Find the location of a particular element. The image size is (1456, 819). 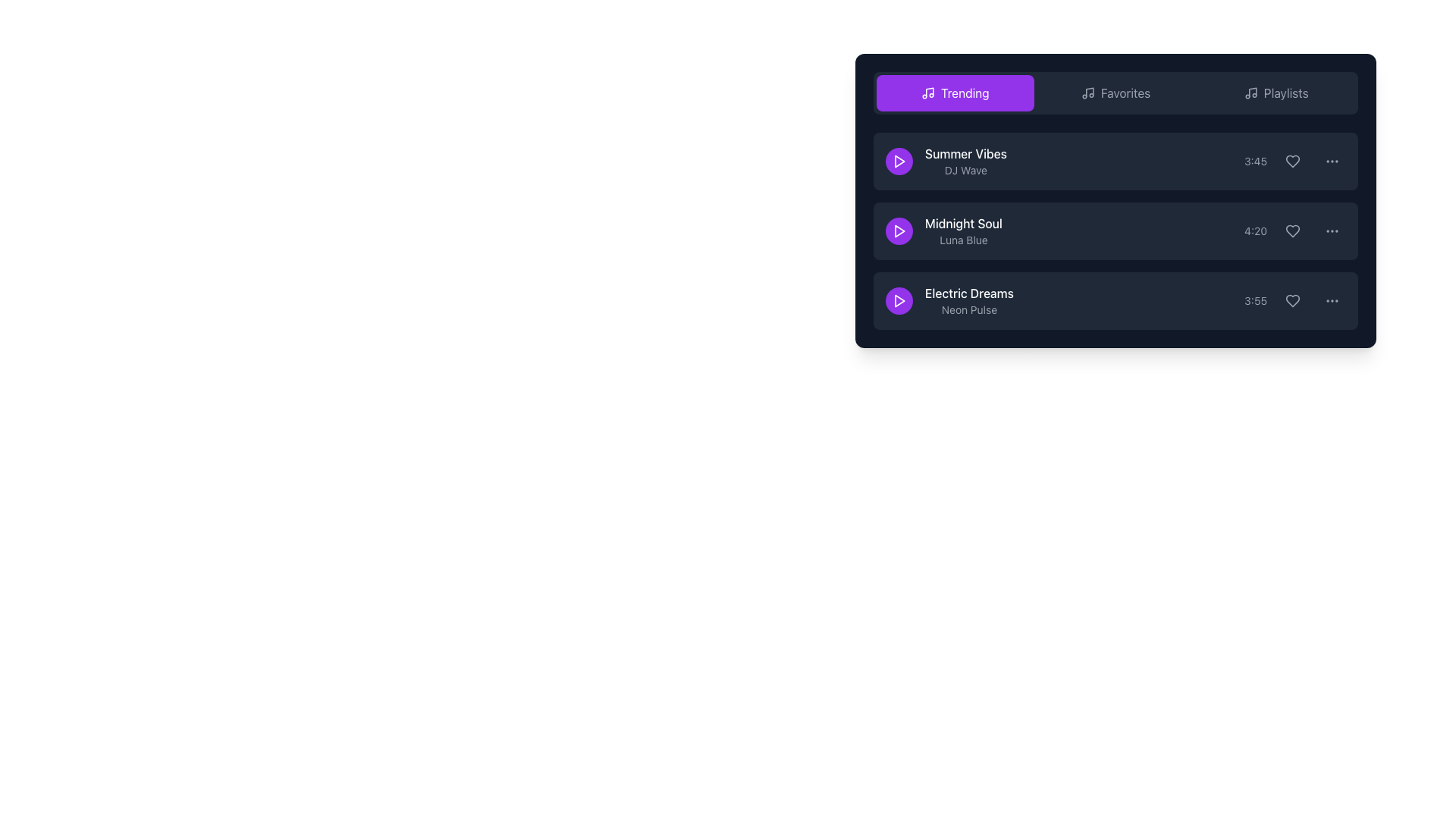

the 'Favorites' button located in the middle of the button group at the top of the panel is located at coordinates (1116, 93).